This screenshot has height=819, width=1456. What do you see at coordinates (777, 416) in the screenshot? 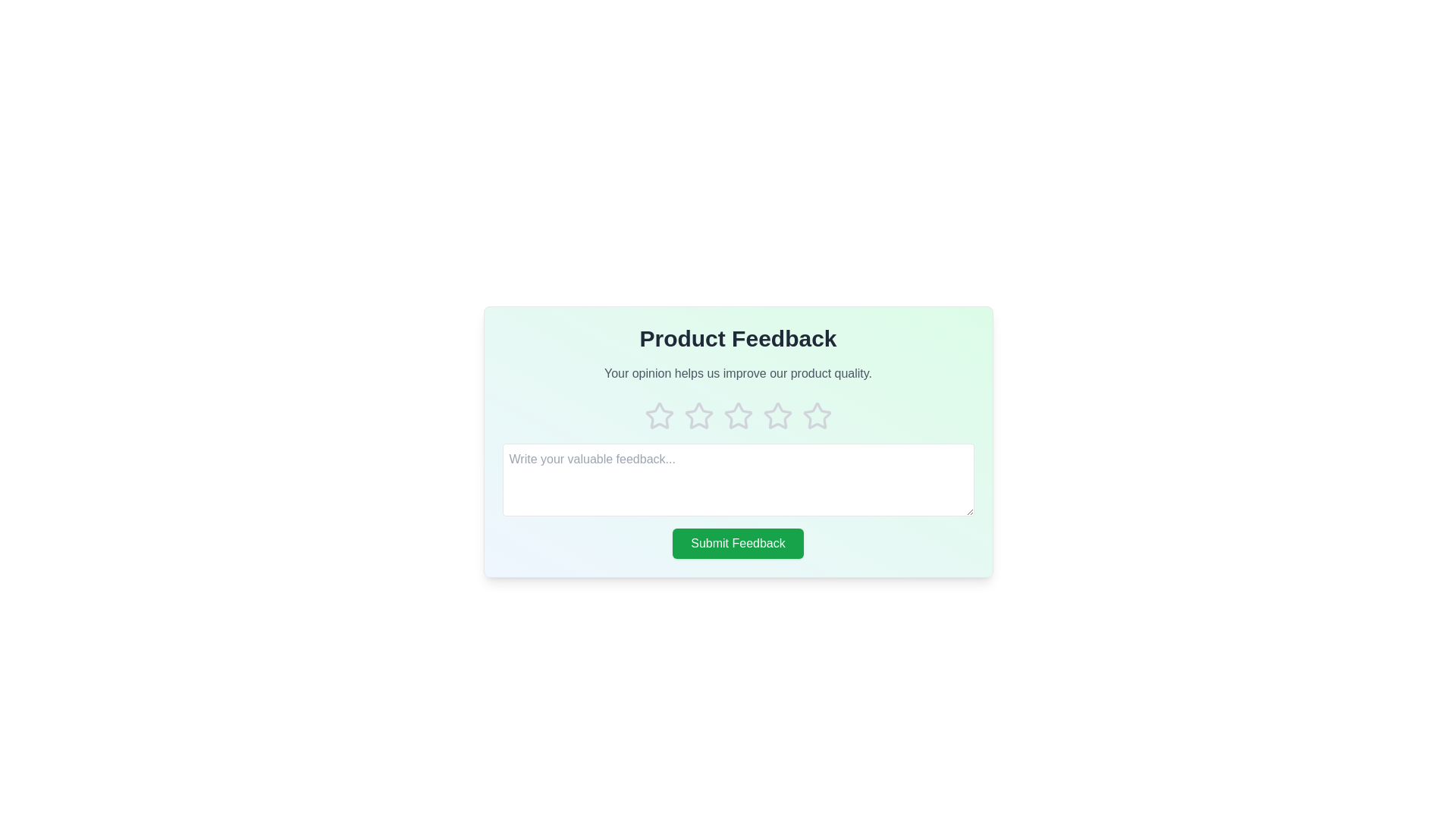
I see `the third star-shaped icon in the rating interface located below 'Product Feedback' and above the feedback text input box` at bounding box center [777, 416].